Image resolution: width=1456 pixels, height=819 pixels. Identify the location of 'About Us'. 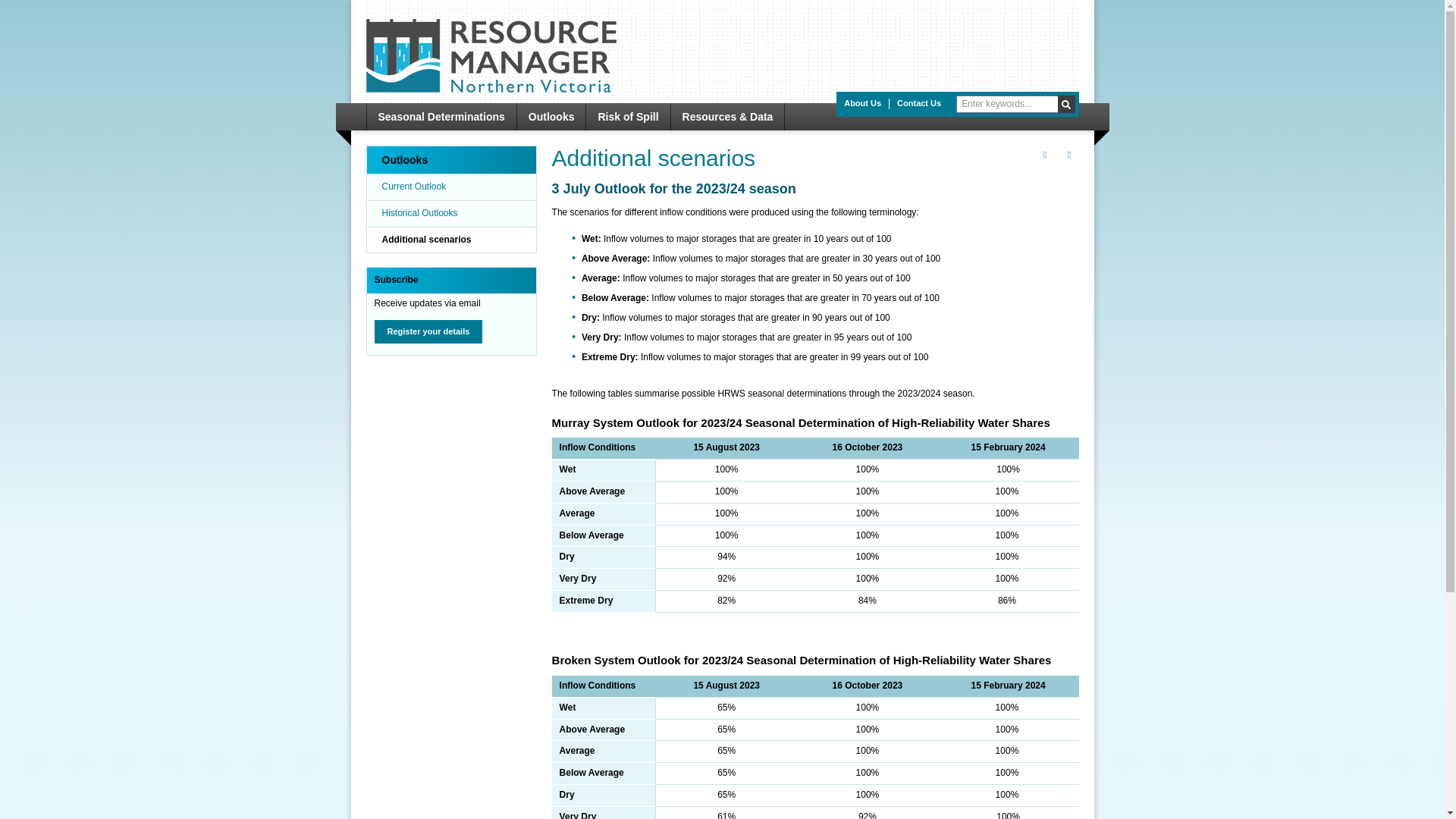
(862, 102).